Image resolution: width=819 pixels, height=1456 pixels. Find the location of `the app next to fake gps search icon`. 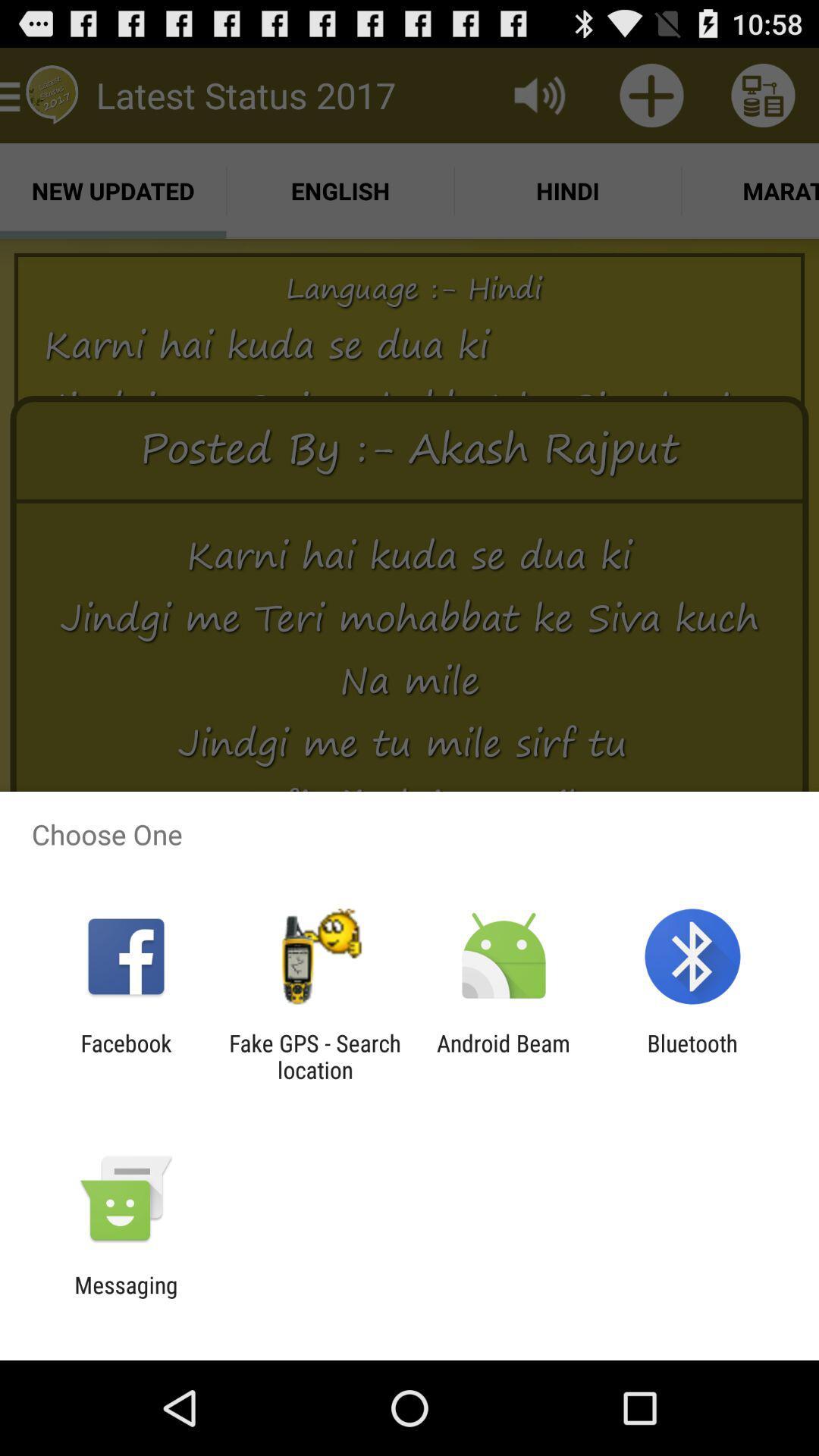

the app next to fake gps search icon is located at coordinates (504, 1056).